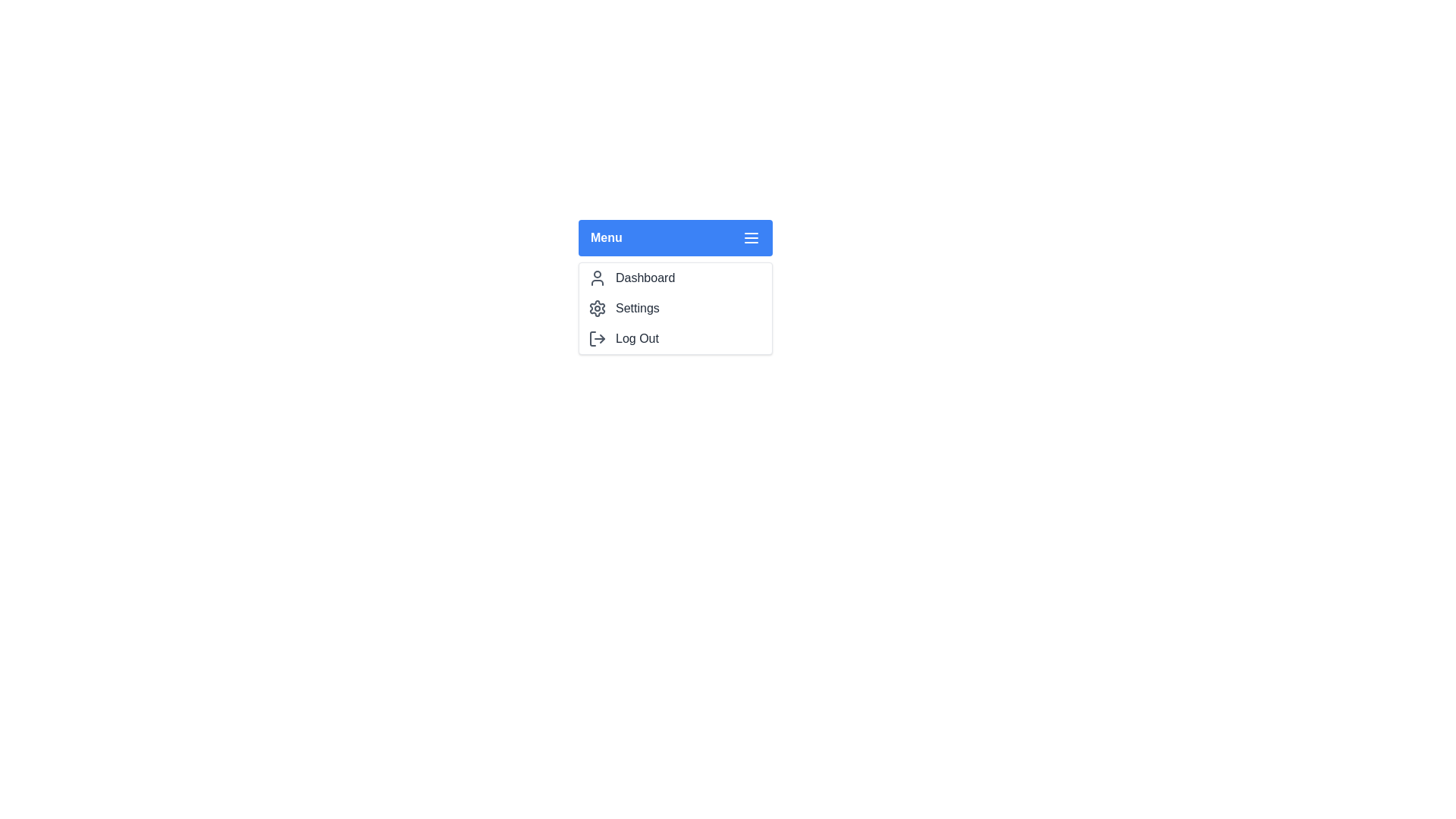  What do you see at coordinates (675, 237) in the screenshot?
I see `the 'Menu' button to toggle the menu closed` at bounding box center [675, 237].